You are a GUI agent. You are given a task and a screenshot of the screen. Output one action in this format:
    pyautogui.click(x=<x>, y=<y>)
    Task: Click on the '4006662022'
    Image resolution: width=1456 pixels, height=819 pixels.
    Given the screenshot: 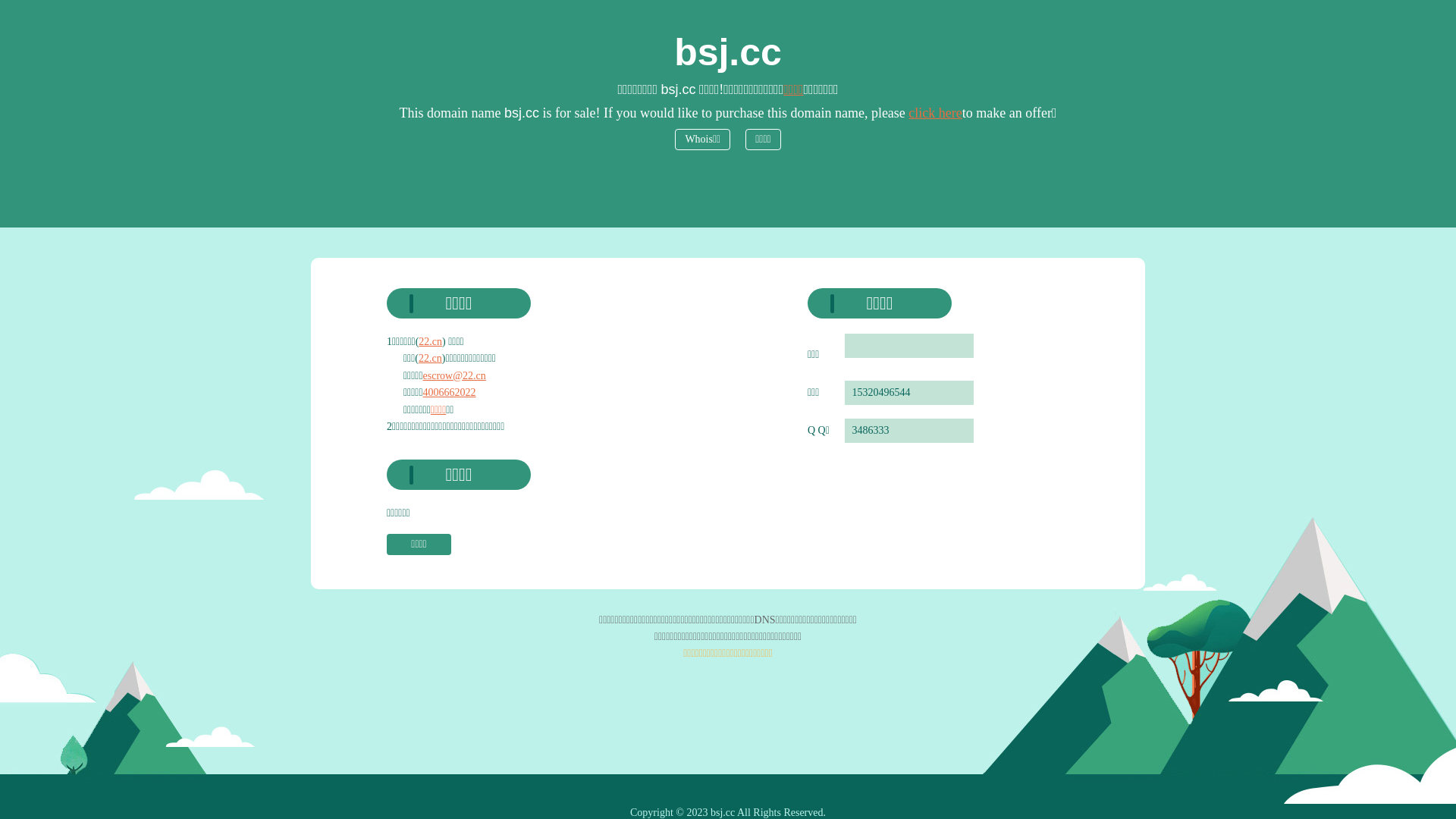 What is the action you would take?
    pyautogui.click(x=449, y=391)
    